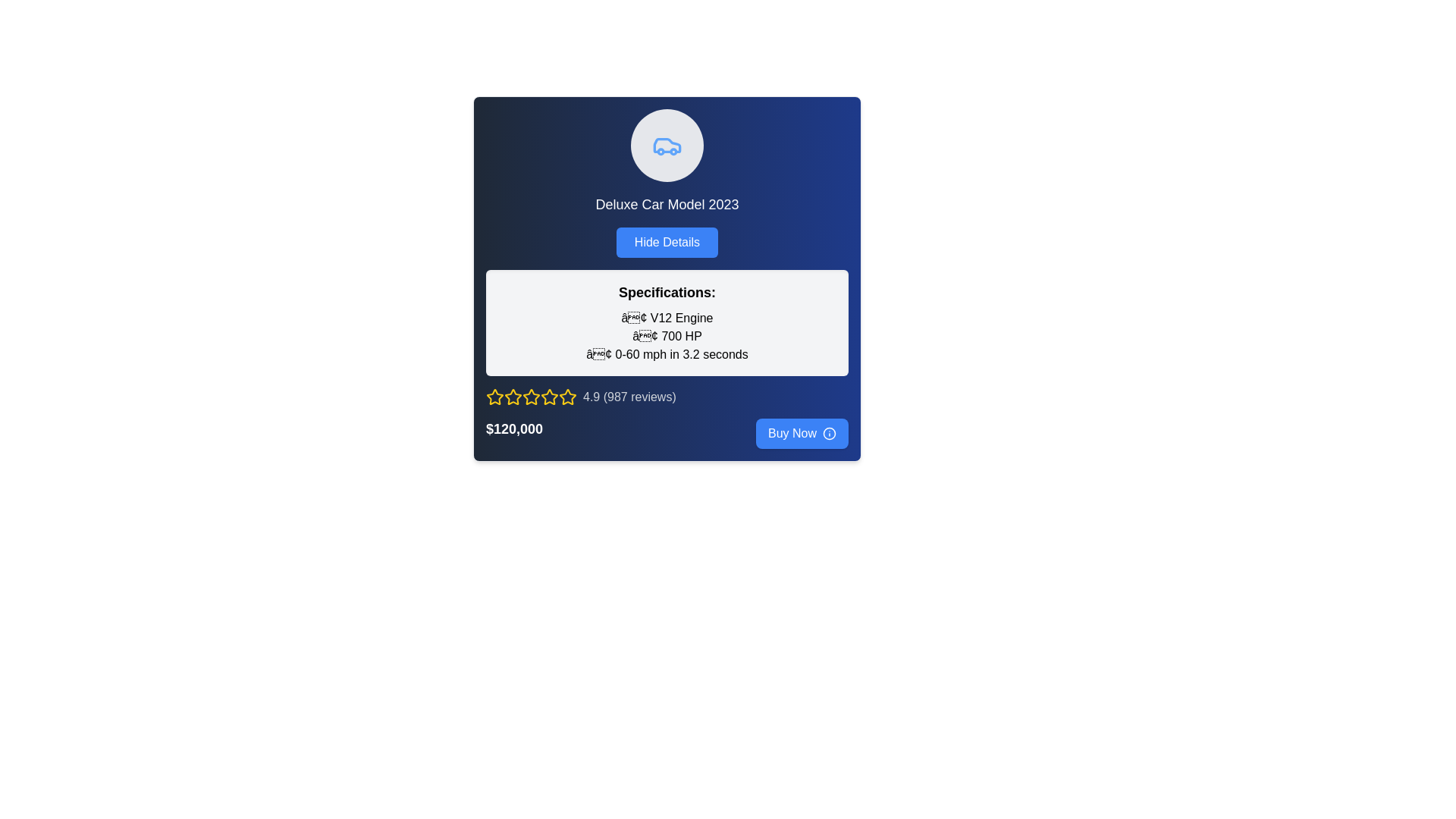 The image size is (1456, 819). Describe the element at coordinates (801, 433) in the screenshot. I see `the 'Buy Now' button, which is a rounded rectangular button with a blue background and white text, located at the bottom area of a blue card` at that location.